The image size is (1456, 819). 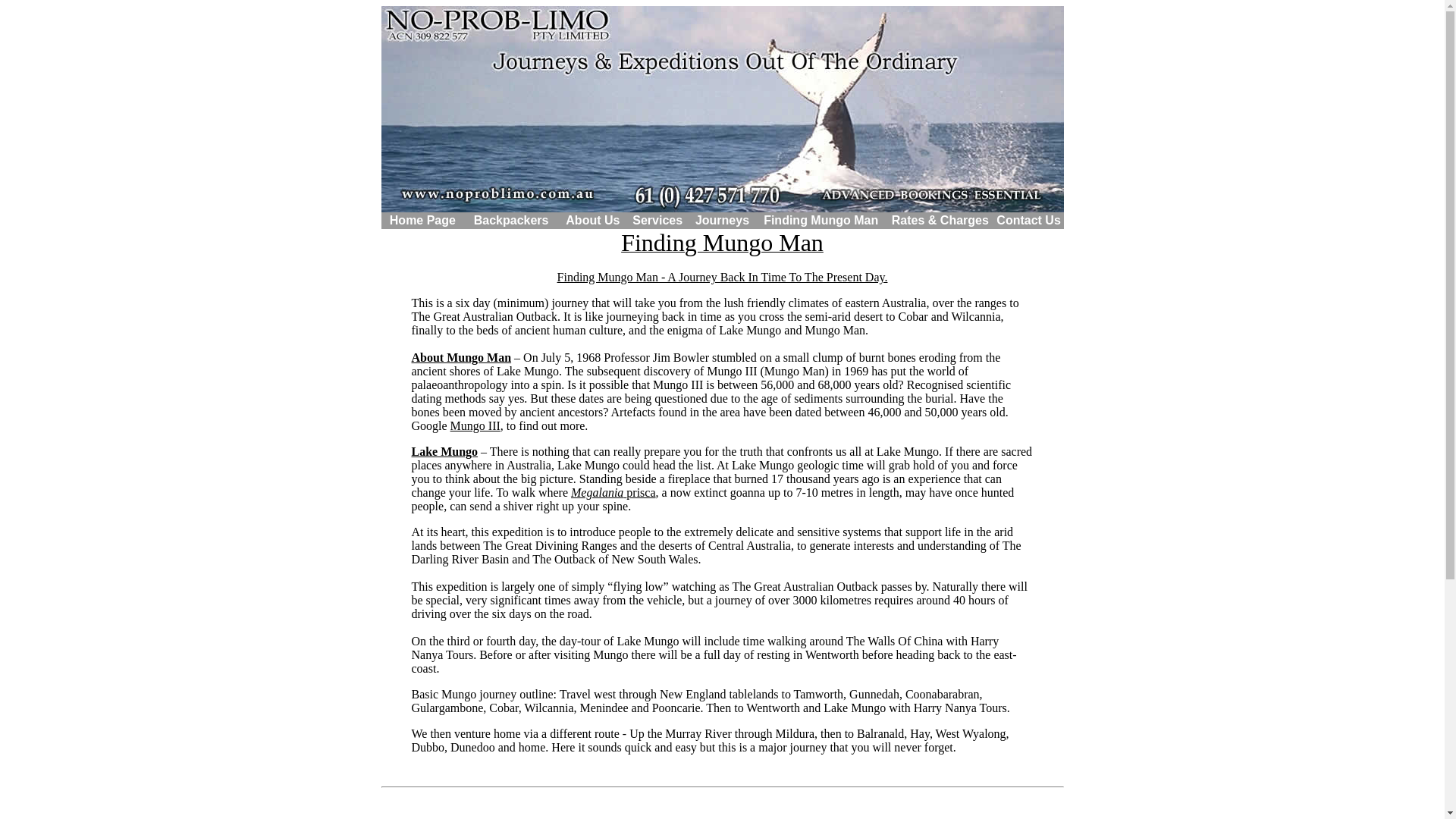 I want to click on 'Home Page', so click(x=389, y=220).